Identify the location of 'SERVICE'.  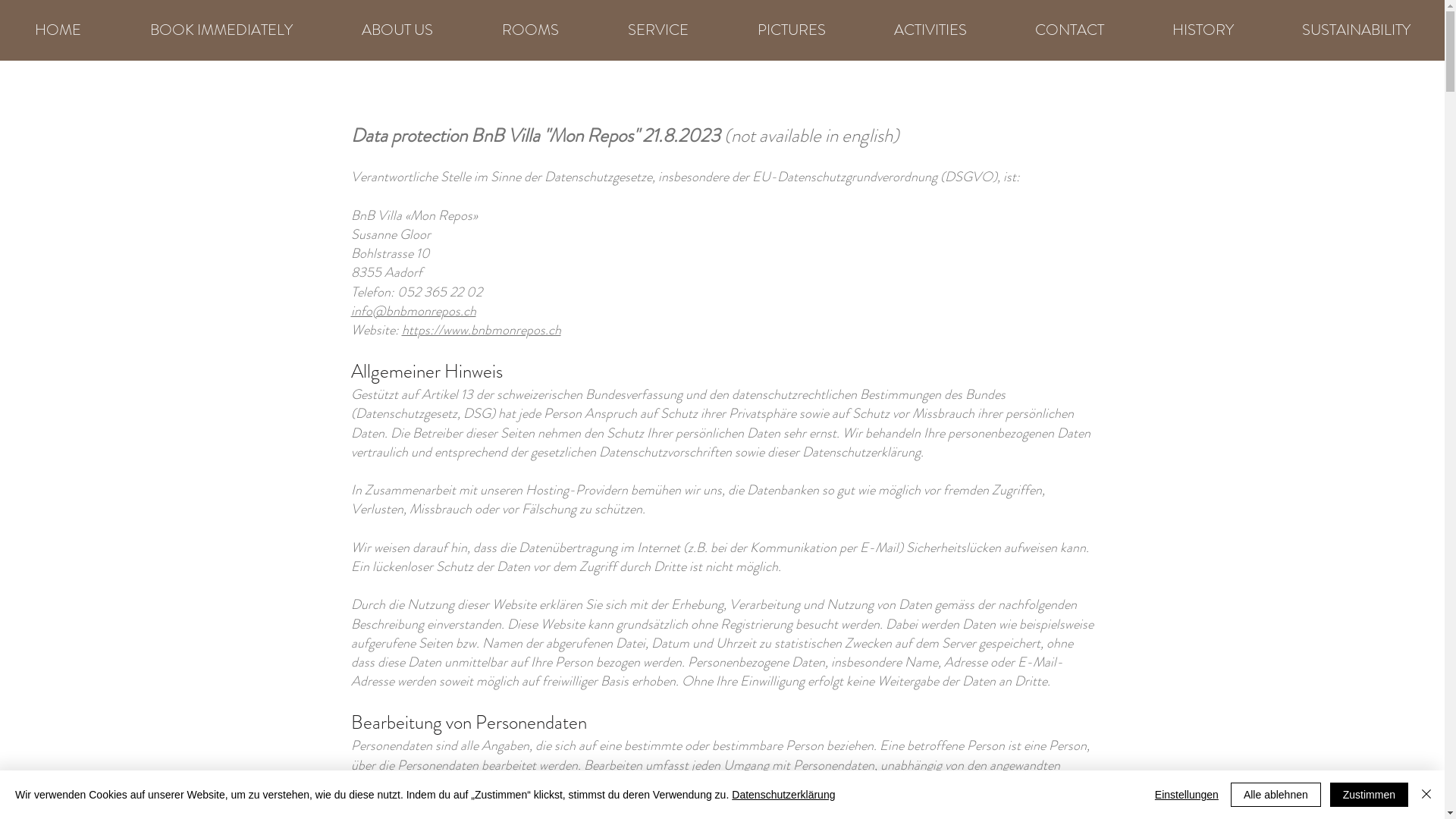
(657, 30).